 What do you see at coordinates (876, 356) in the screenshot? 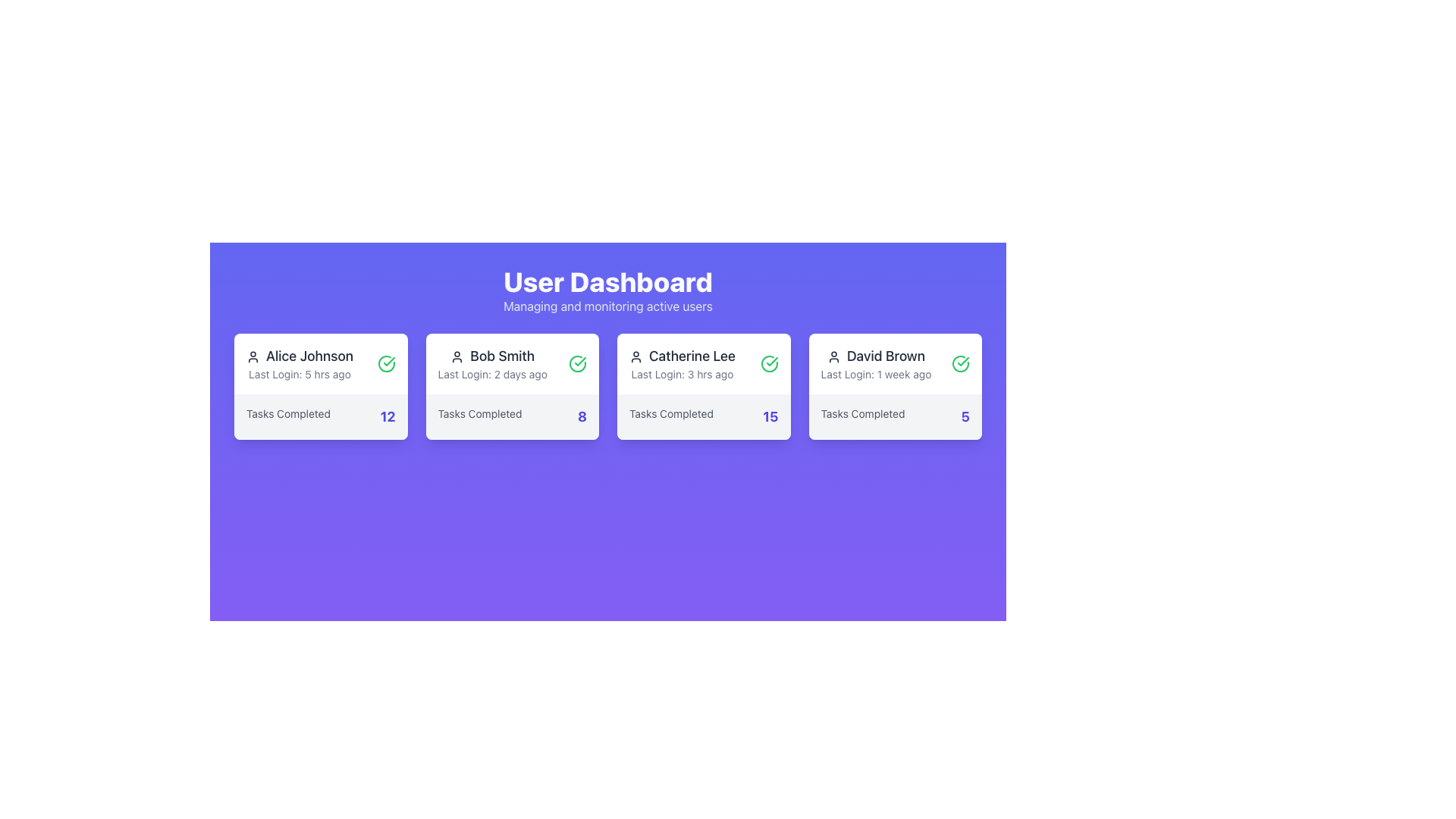
I see `text label displaying the name 'David Brown', which is styled in dark gray and is part of the user card under the 'User Dashboard'` at bounding box center [876, 356].